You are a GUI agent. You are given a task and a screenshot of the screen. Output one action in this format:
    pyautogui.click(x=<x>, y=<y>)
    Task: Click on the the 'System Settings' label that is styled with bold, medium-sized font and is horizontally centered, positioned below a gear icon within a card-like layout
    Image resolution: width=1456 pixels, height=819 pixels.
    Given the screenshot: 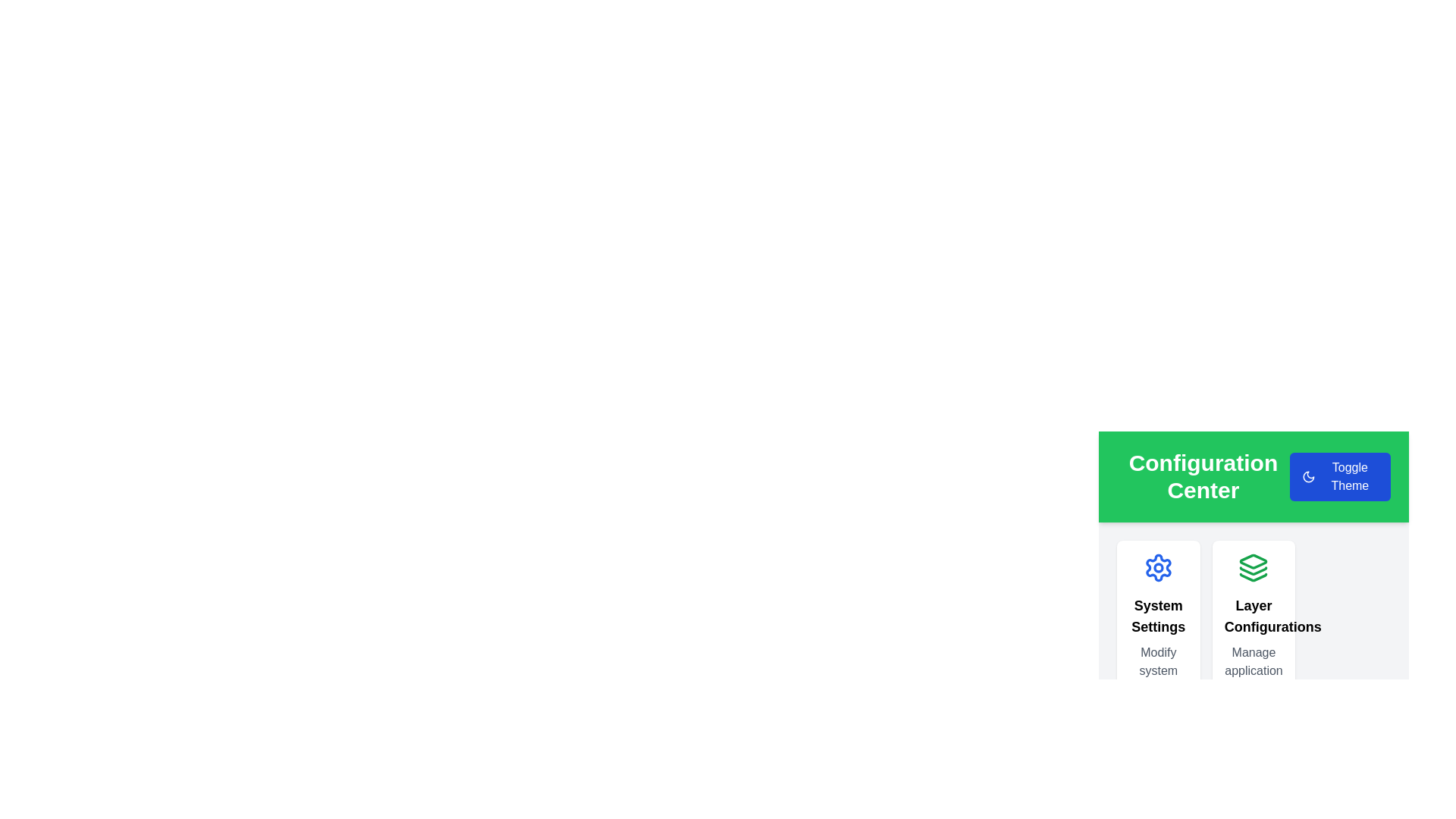 What is the action you would take?
    pyautogui.click(x=1157, y=617)
    